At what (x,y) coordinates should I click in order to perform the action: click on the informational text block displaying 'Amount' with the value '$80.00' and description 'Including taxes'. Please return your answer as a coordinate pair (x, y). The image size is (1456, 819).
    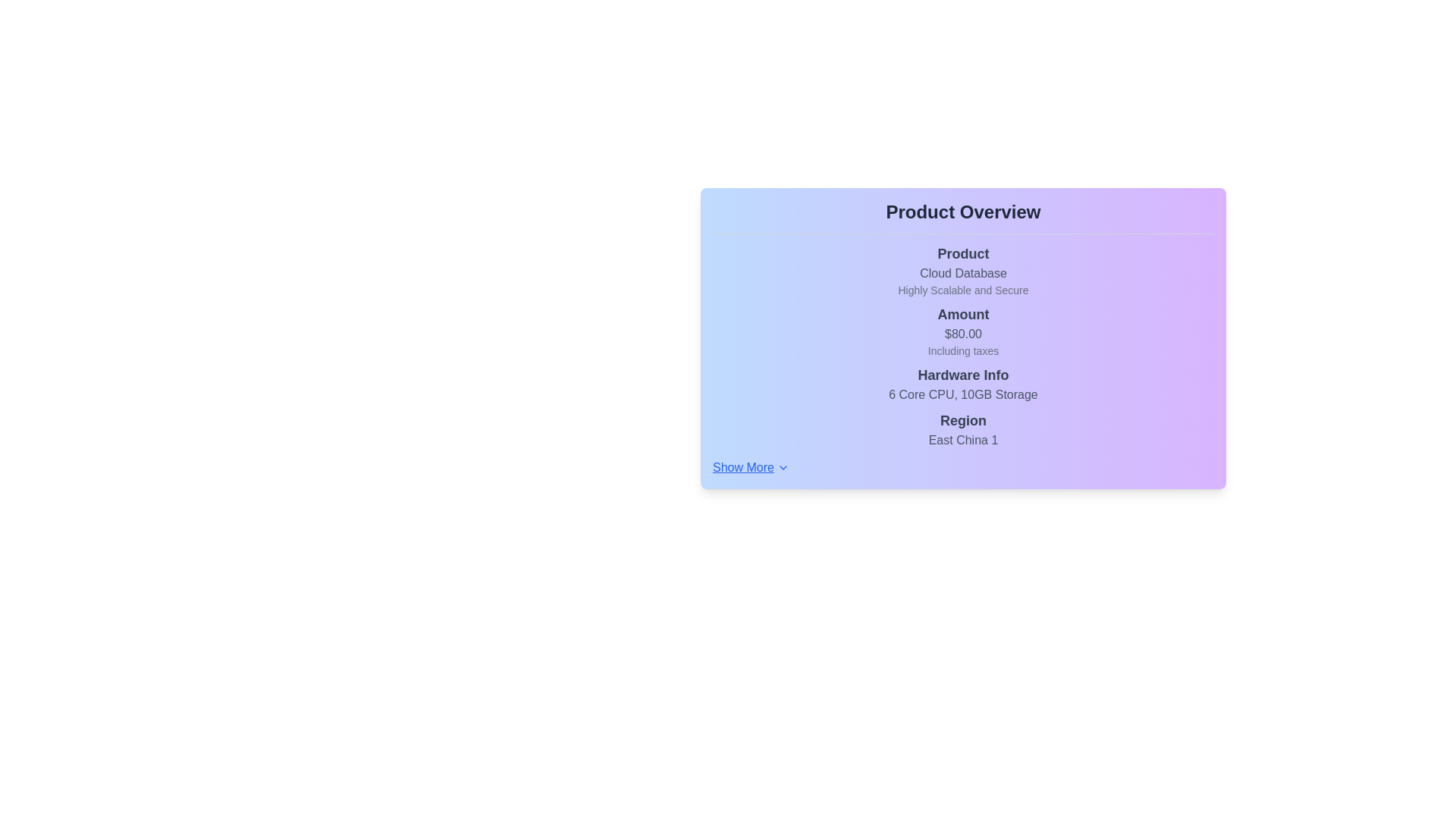
    Looking at the image, I should click on (962, 330).